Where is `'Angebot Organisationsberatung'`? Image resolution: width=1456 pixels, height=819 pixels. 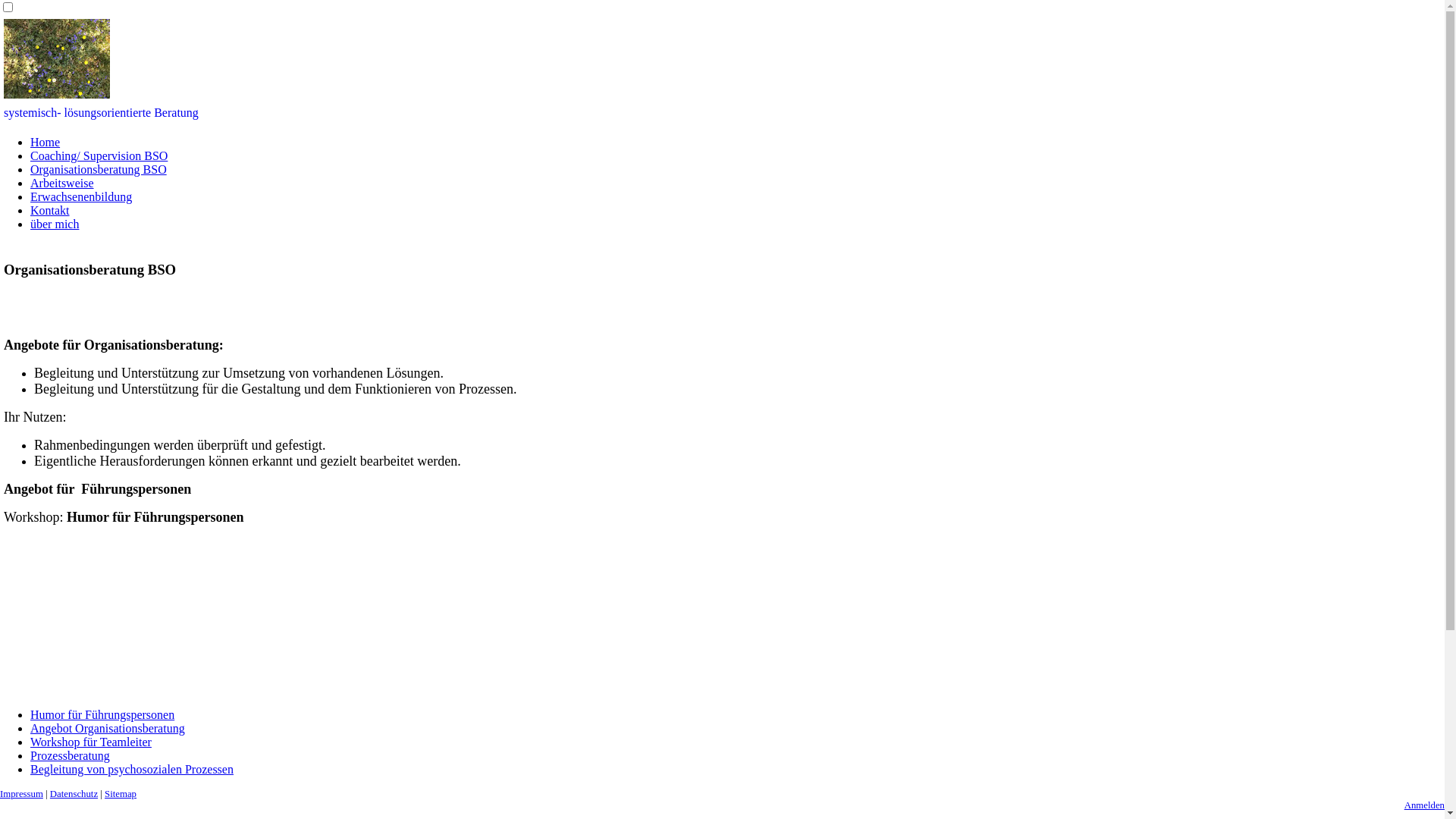 'Angebot Organisationsberatung' is located at coordinates (107, 727).